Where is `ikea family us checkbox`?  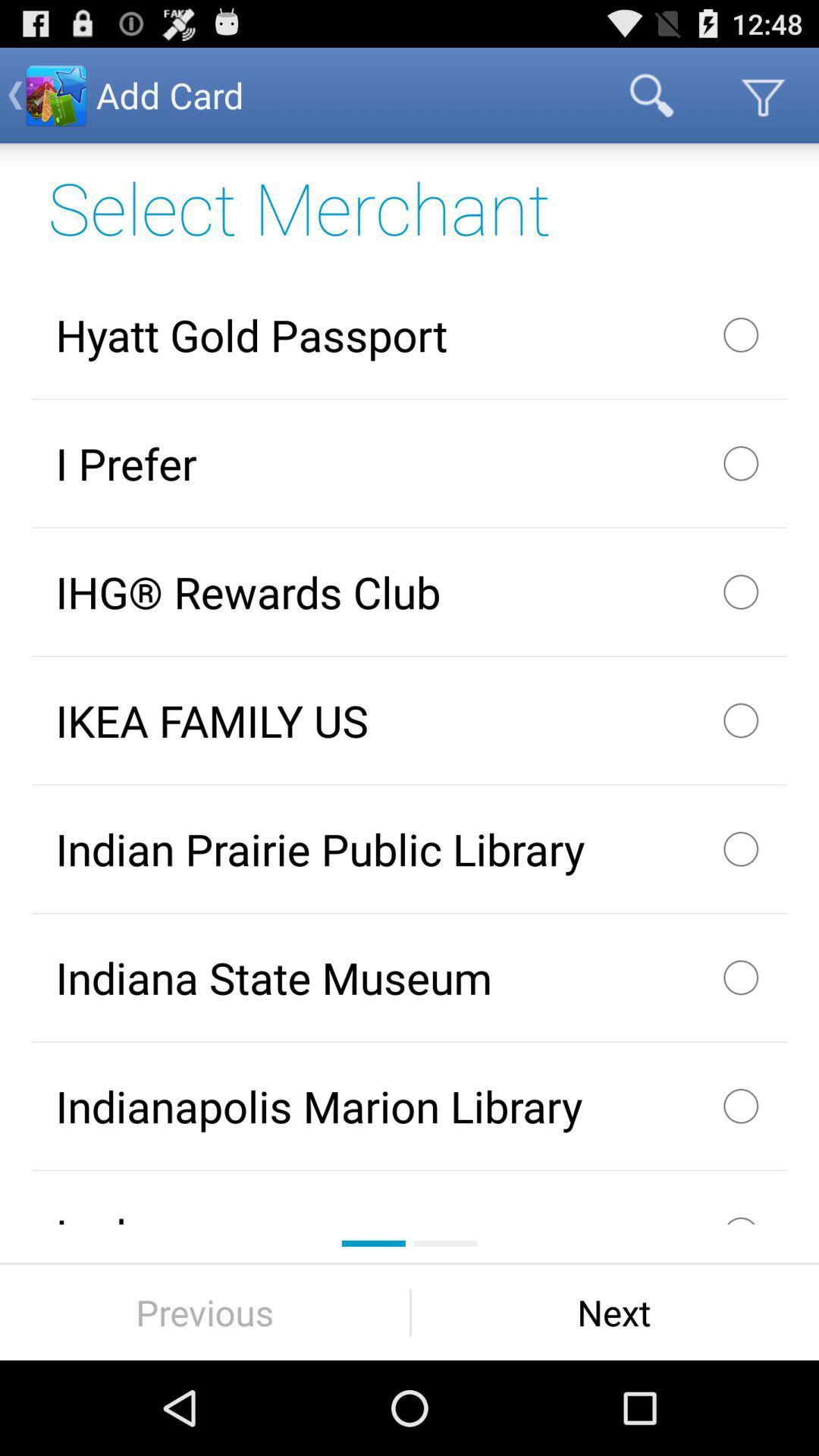
ikea family us checkbox is located at coordinates (409, 720).